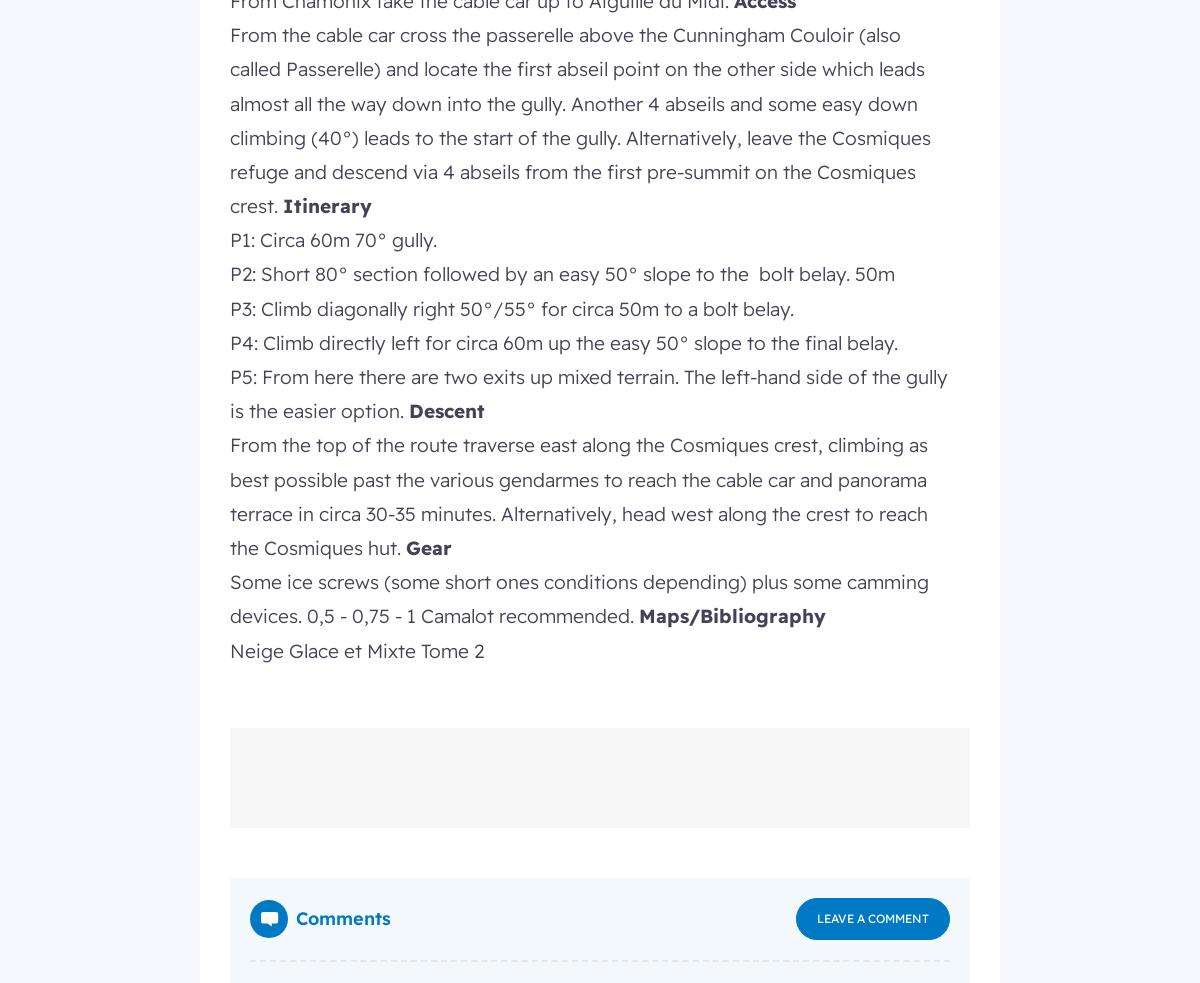  Describe the element at coordinates (281, 300) in the screenshot. I see `'Cookies'` at that location.